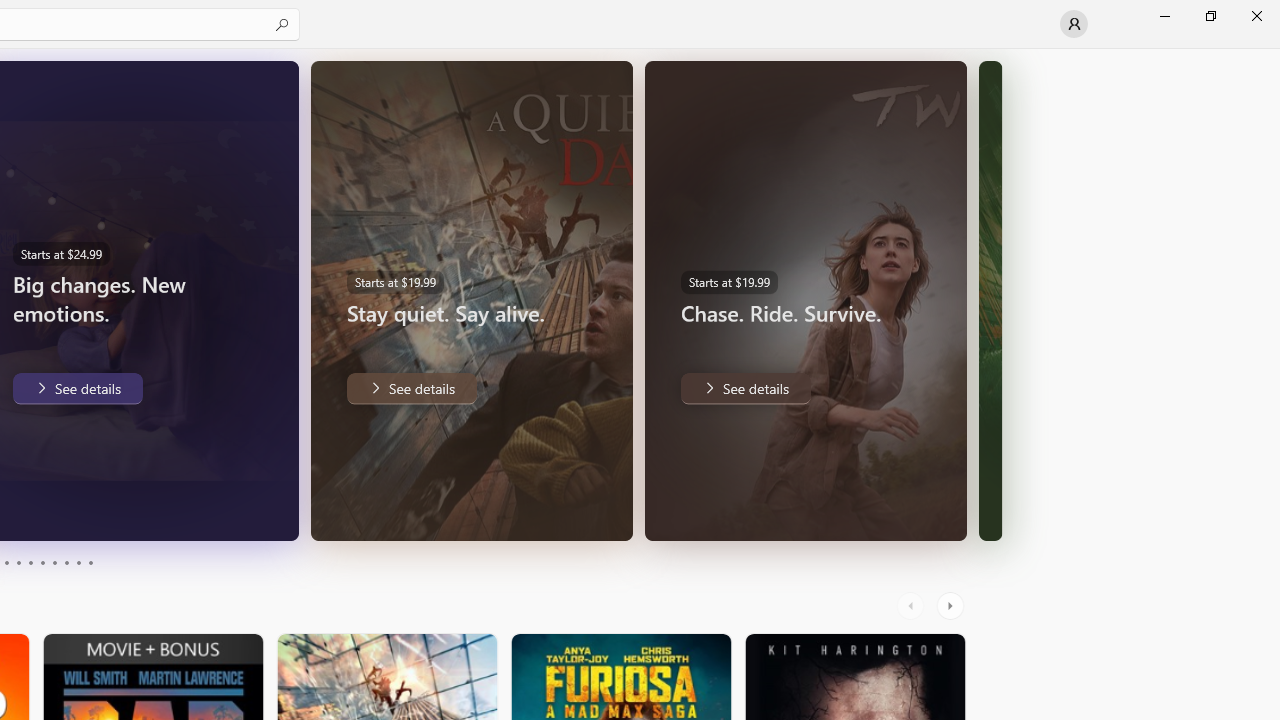 The width and height of the screenshot is (1280, 720). I want to click on 'Page 3', so click(5, 563).